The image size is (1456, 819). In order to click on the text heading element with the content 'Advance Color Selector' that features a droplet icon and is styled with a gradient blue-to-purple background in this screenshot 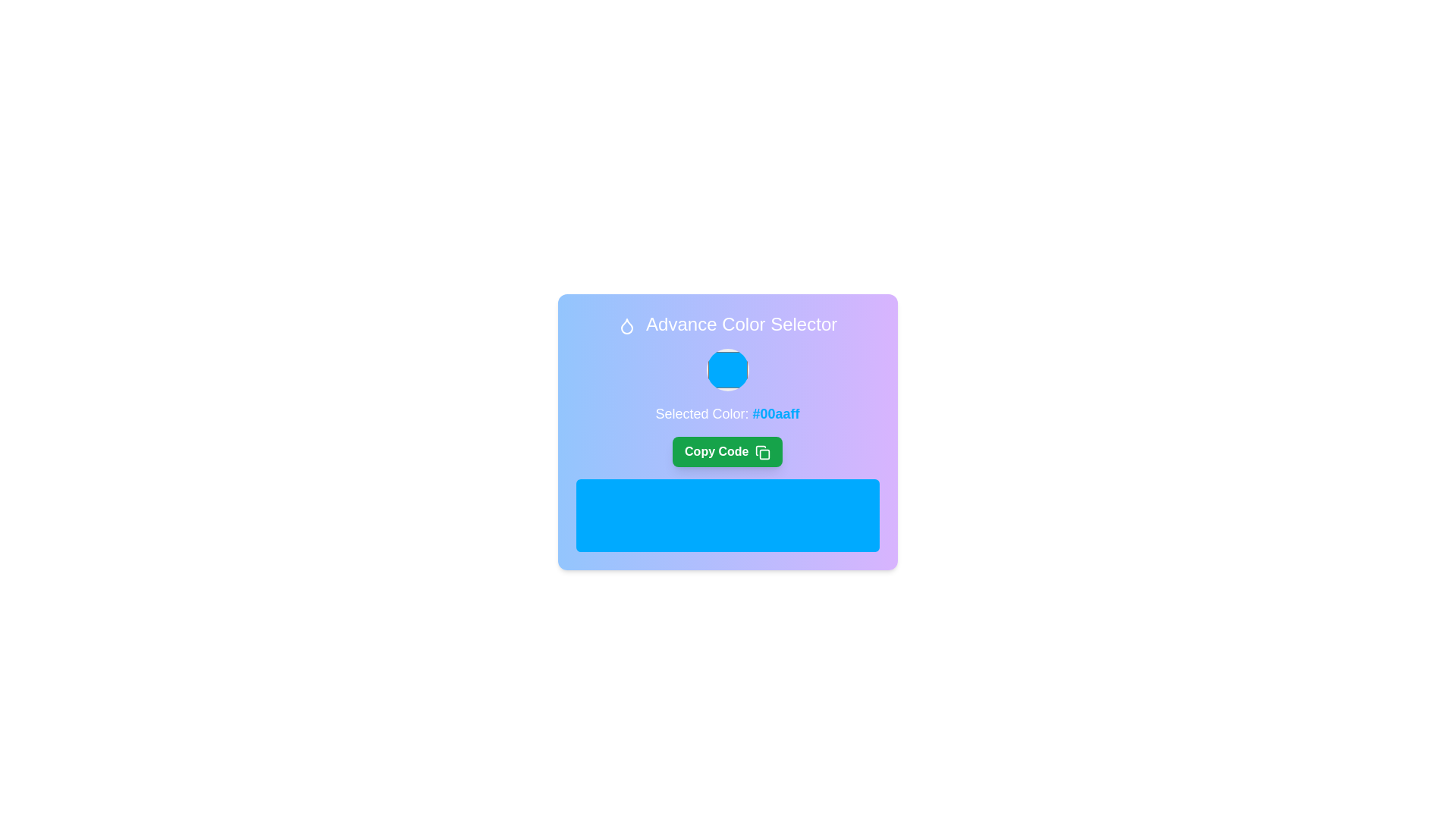, I will do `click(726, 324)`.